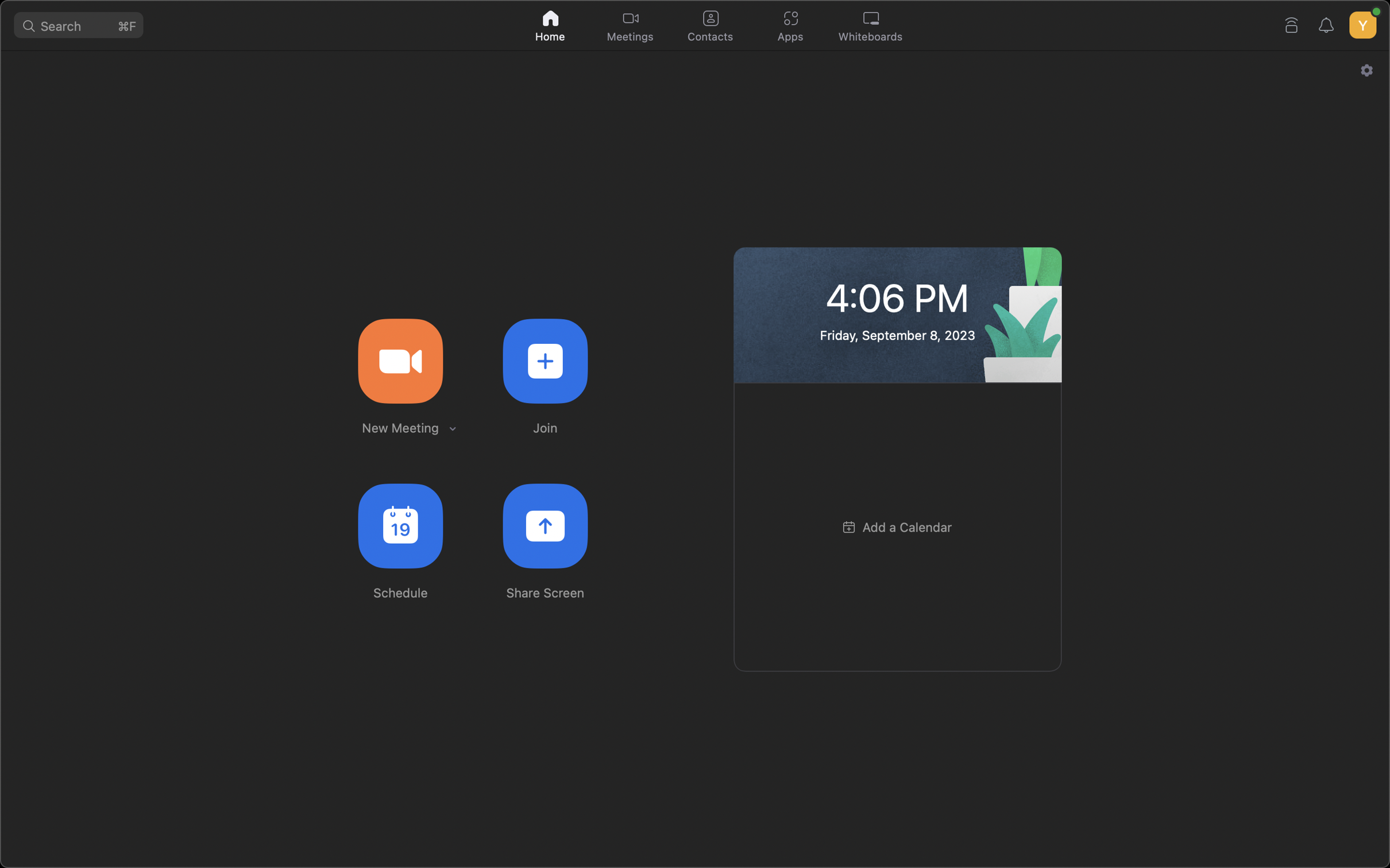 The width and height of the screenshot is (1390, 868). What do you see at coordinates (1292, 22) in the screenshot?
I see `Establish a connection between your device and a Zoom Room` at bounding box center [1292, 22].